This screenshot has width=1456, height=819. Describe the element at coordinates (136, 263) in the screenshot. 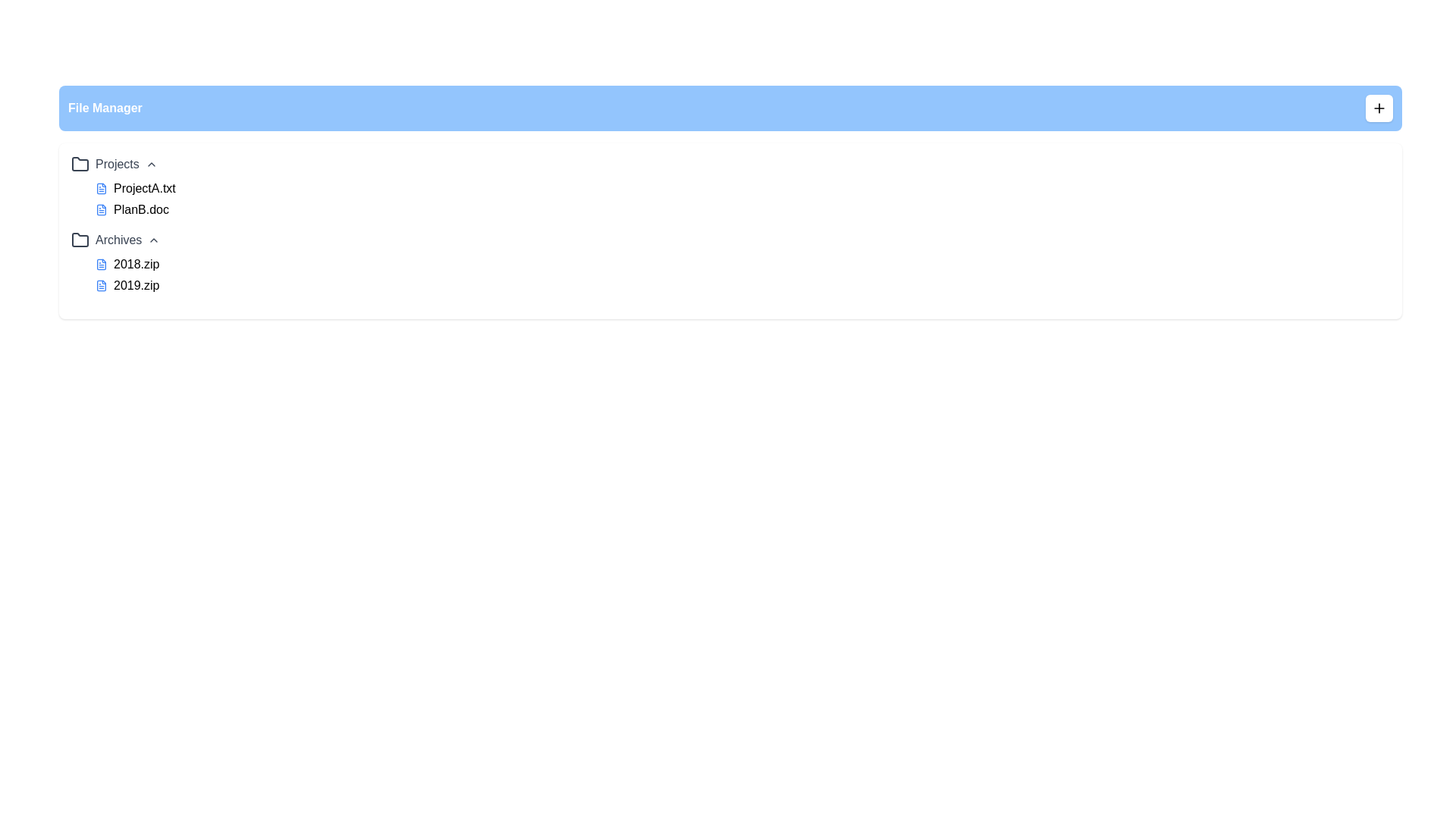

I see `the text label that denotes the file '2018.zip' in the 'Archives' section` at that location.